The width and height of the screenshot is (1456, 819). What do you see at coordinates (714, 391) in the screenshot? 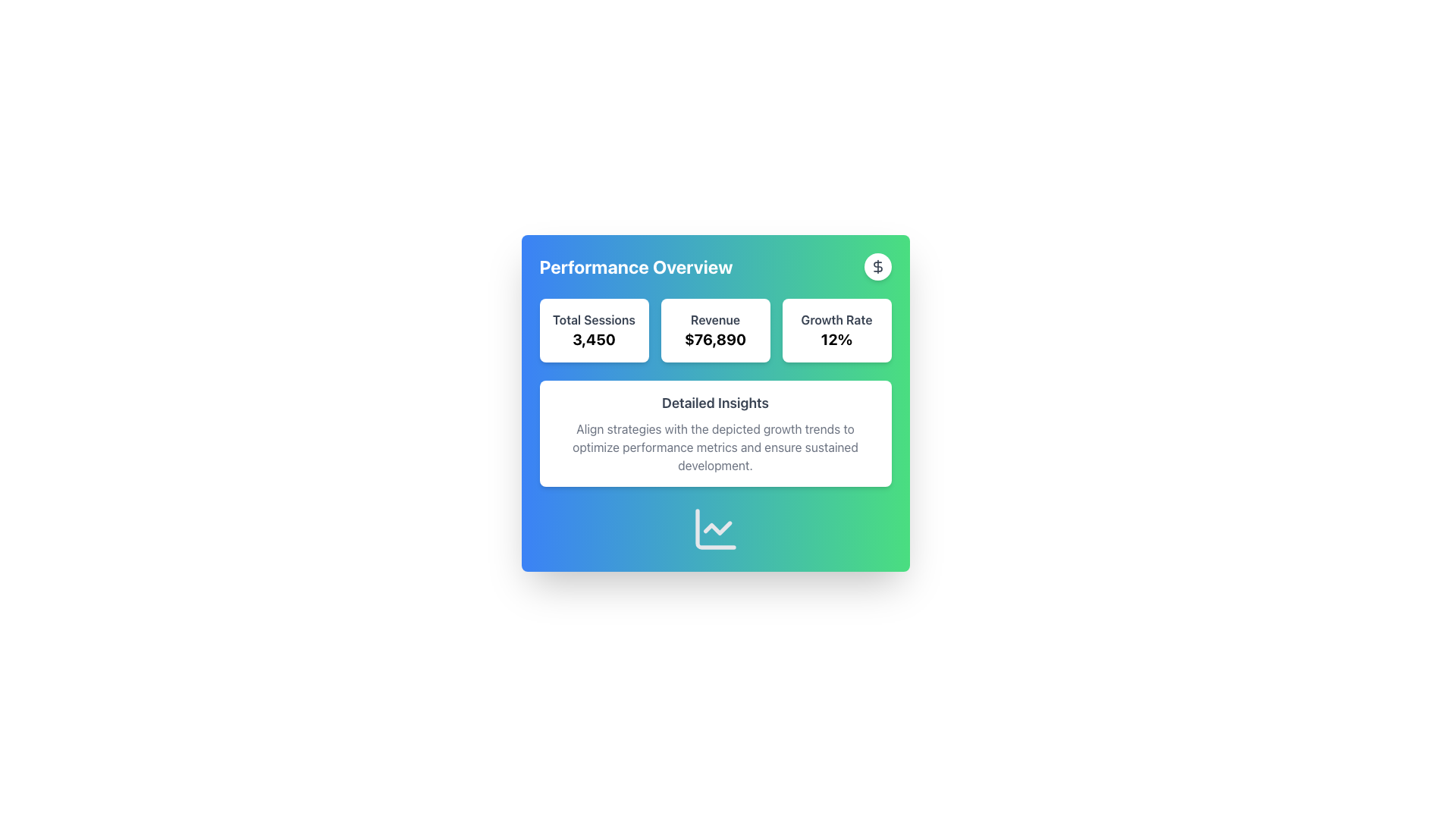
I see `the Information Box featuring 'Detailed Insights' with a white background and rounded corners, positioned centrally below the data cards` at bounding box center [714, 391].